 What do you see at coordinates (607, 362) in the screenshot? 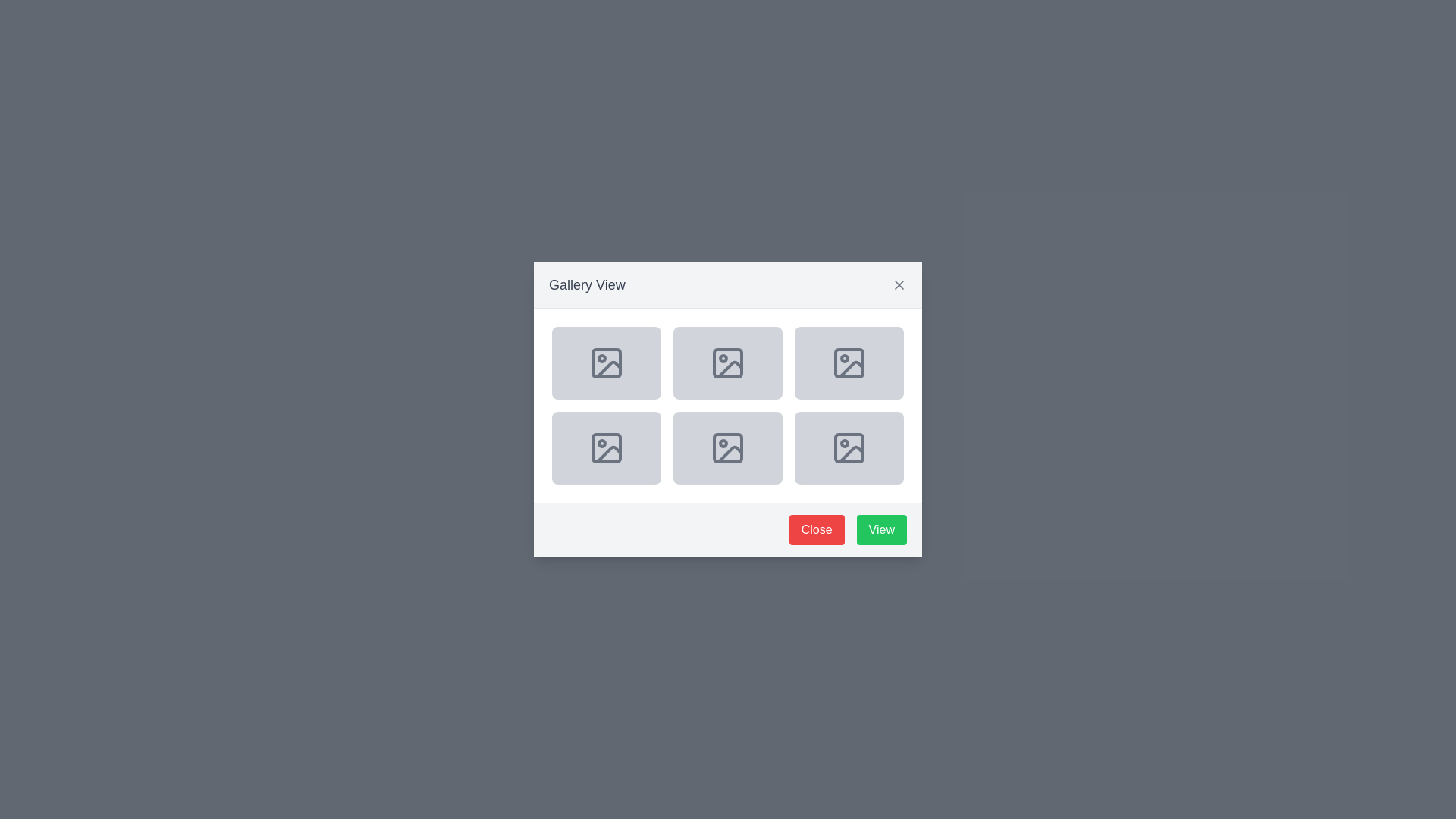
I see `the light gray rectangular icon frame with rounded corners located in the top-left image icon of the modal popup` at bounding box center [607, 362].